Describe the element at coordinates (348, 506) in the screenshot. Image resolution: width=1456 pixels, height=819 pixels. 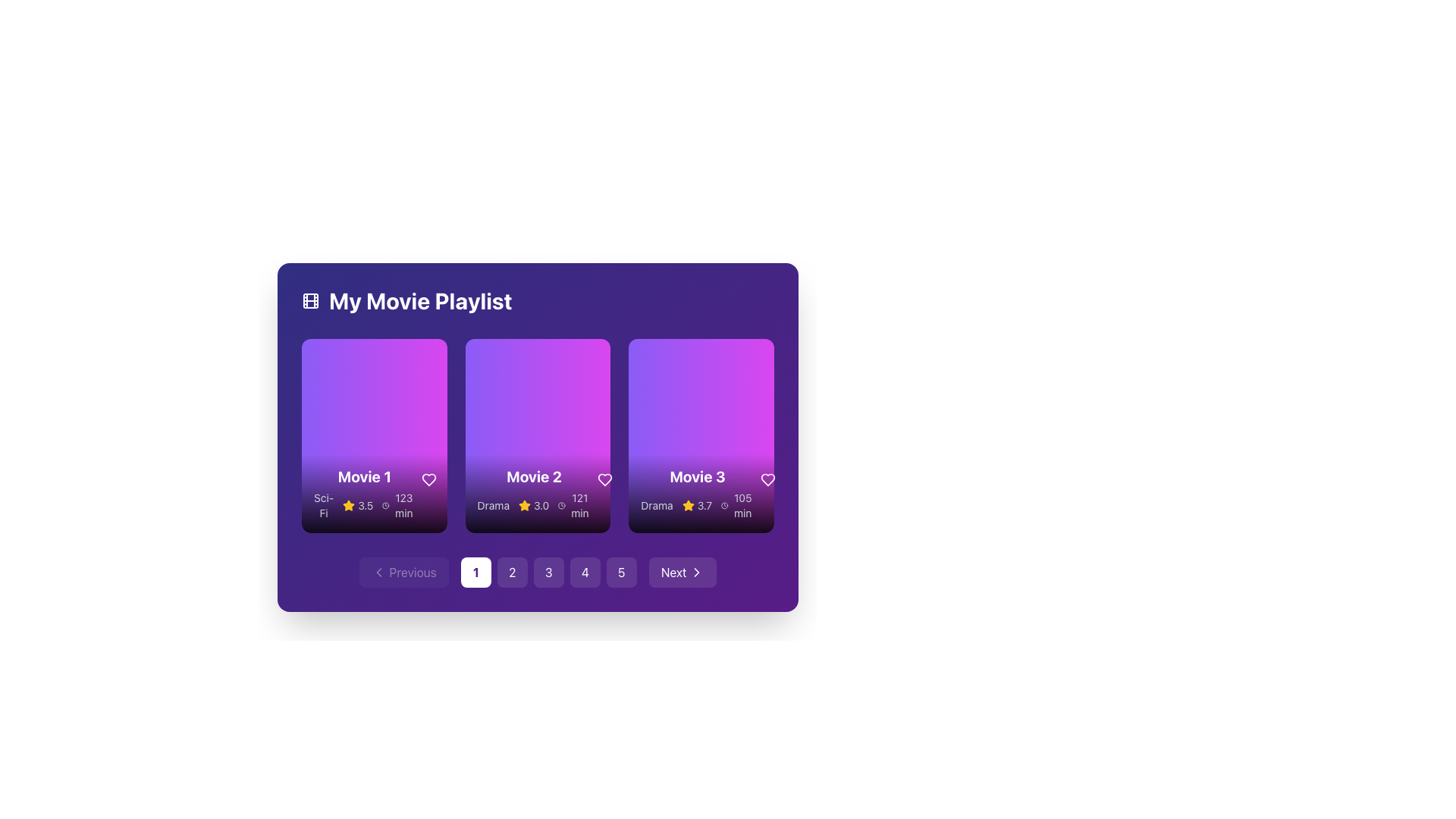
I see `the rating indicator icon located below the 'Movie 1' card in the 'My Movie Playlist' section, directly to the left of the rating text '3.5'` at that location.